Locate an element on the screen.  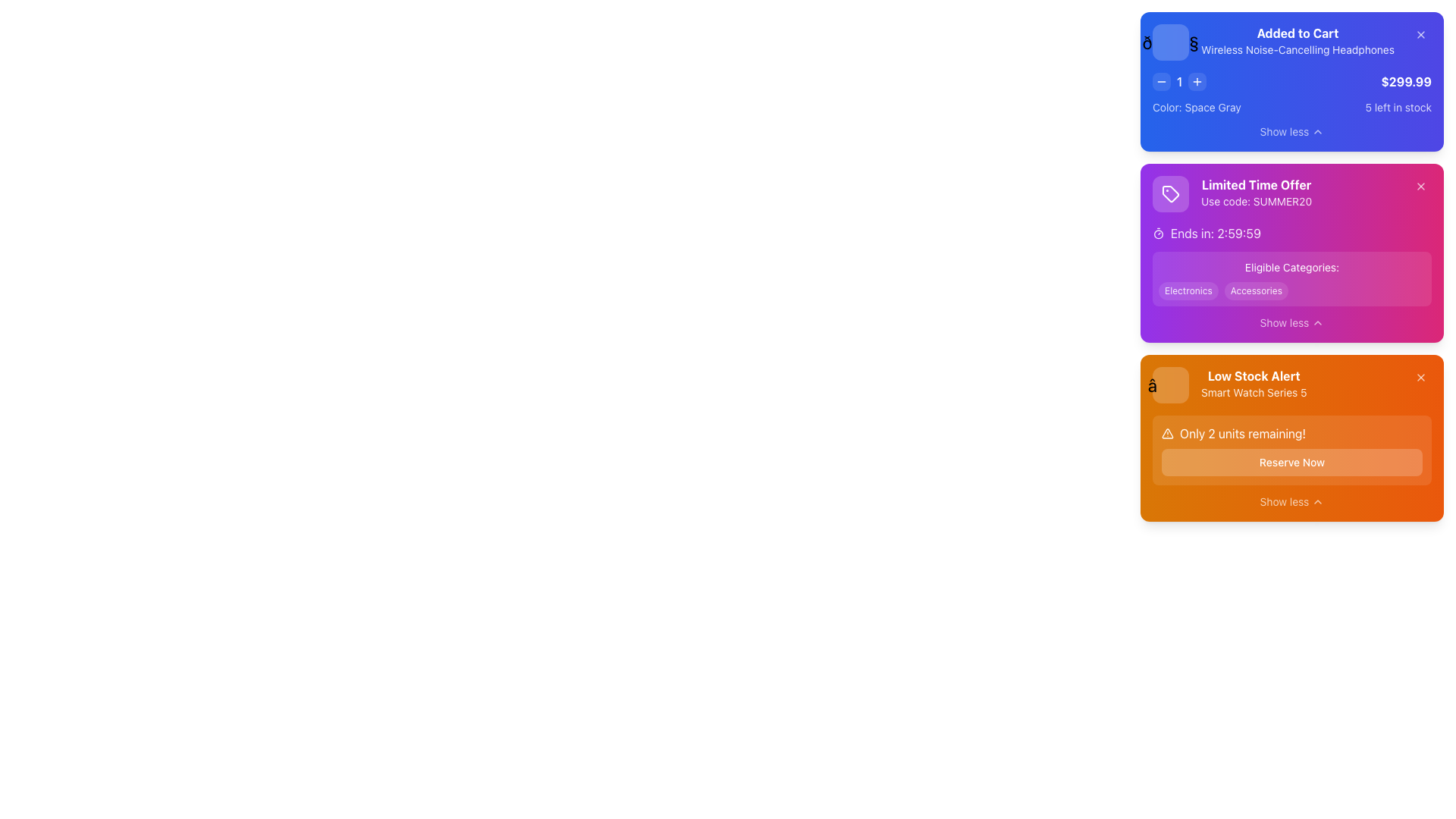
the small, white, horizontal minus icon button located in the top-left corner of the blue-colored notification card labeled 'Added to Cart' to decrement the quantity is located at coordinates (1160, 82).